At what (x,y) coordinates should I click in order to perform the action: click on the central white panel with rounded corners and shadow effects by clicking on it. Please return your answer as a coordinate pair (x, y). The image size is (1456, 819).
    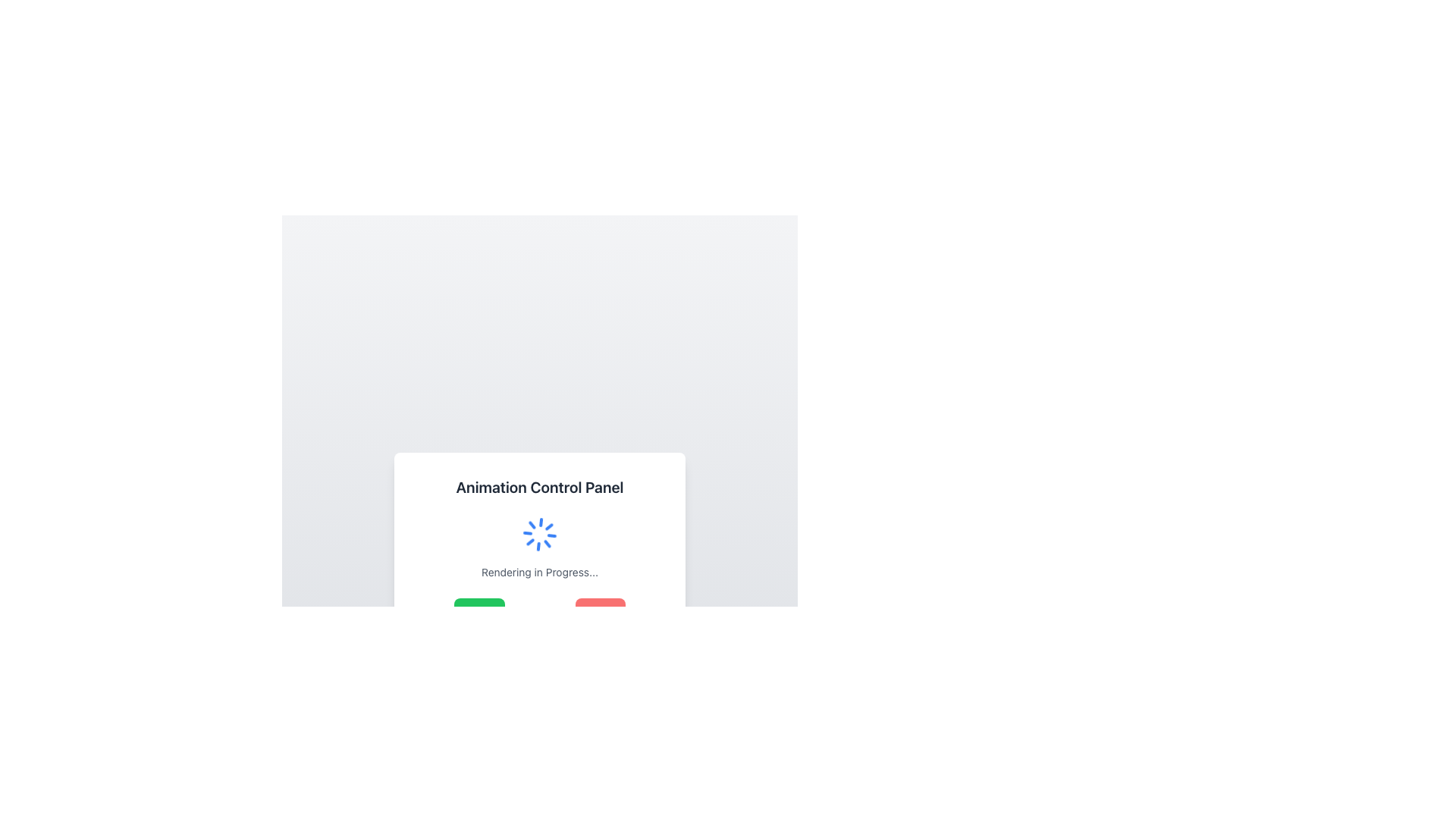
    Looking at the image, I should click on (539, 625).